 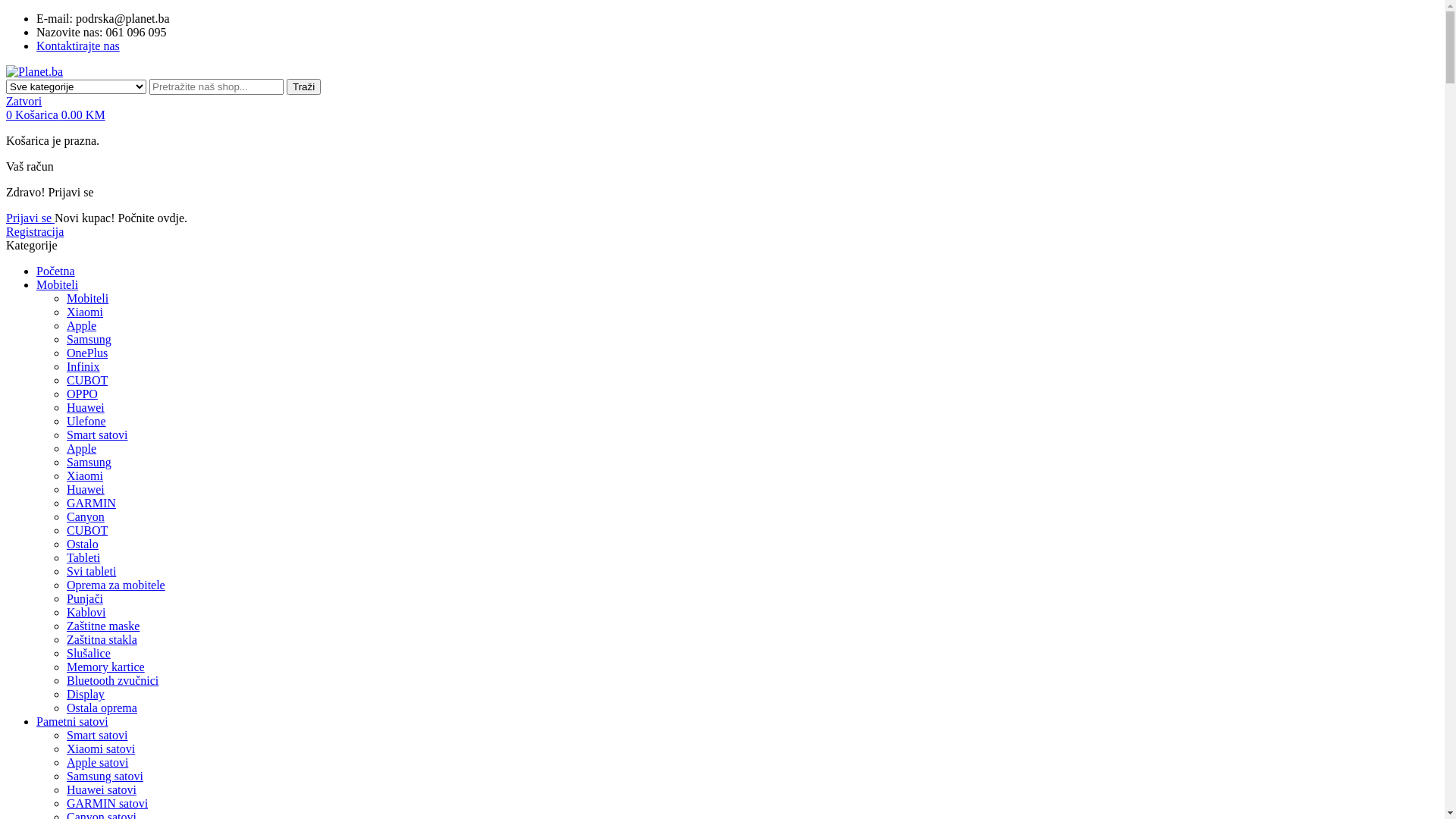 I want to click on 'Infinix', so click(x=65, y=366).